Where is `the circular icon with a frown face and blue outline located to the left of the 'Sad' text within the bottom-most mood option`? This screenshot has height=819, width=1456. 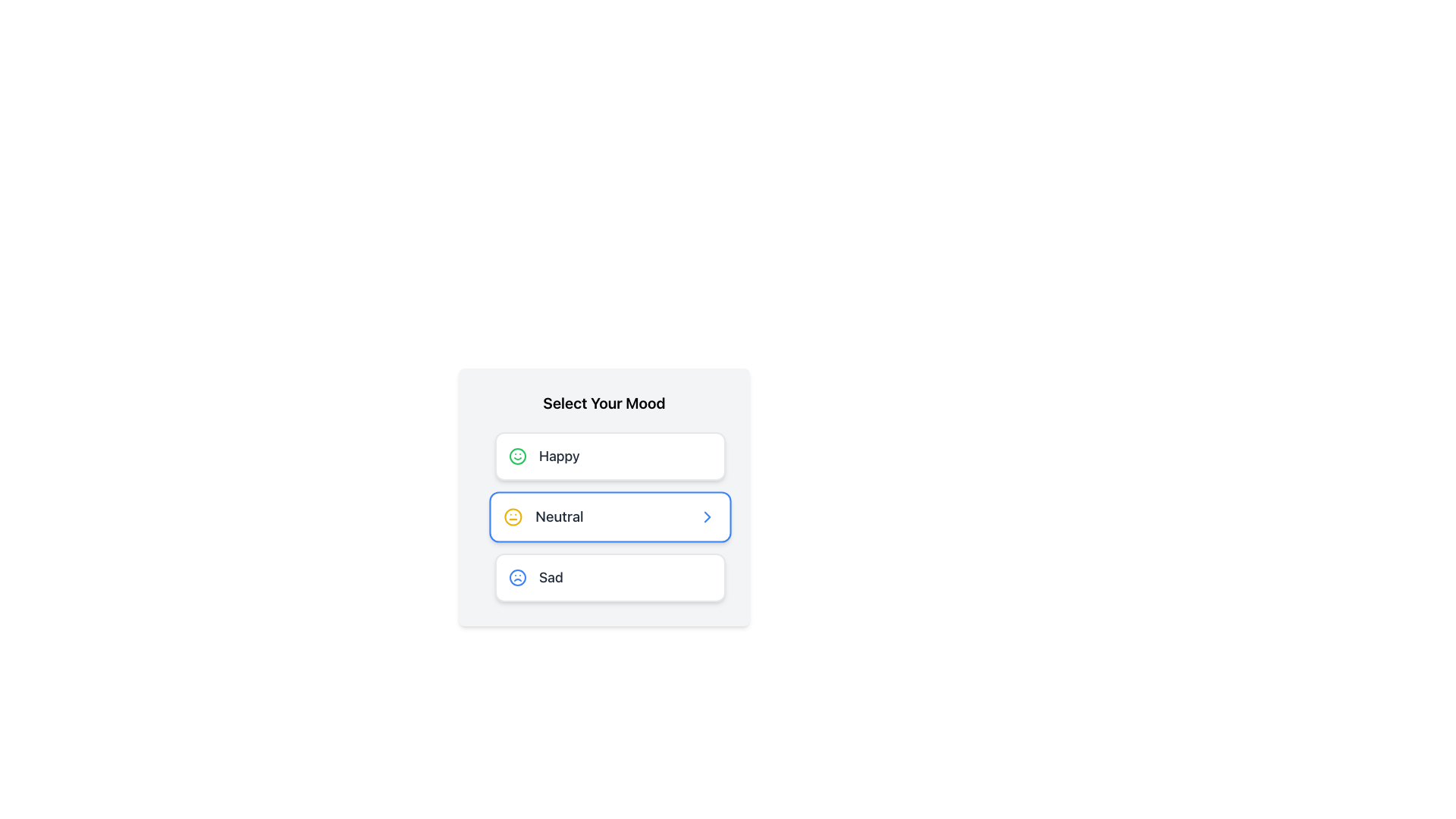
the circular icon with a frown face and blue outline located to the left of the 'Sad' text within the bottom-most mood option is located at coordinates (517, 578).